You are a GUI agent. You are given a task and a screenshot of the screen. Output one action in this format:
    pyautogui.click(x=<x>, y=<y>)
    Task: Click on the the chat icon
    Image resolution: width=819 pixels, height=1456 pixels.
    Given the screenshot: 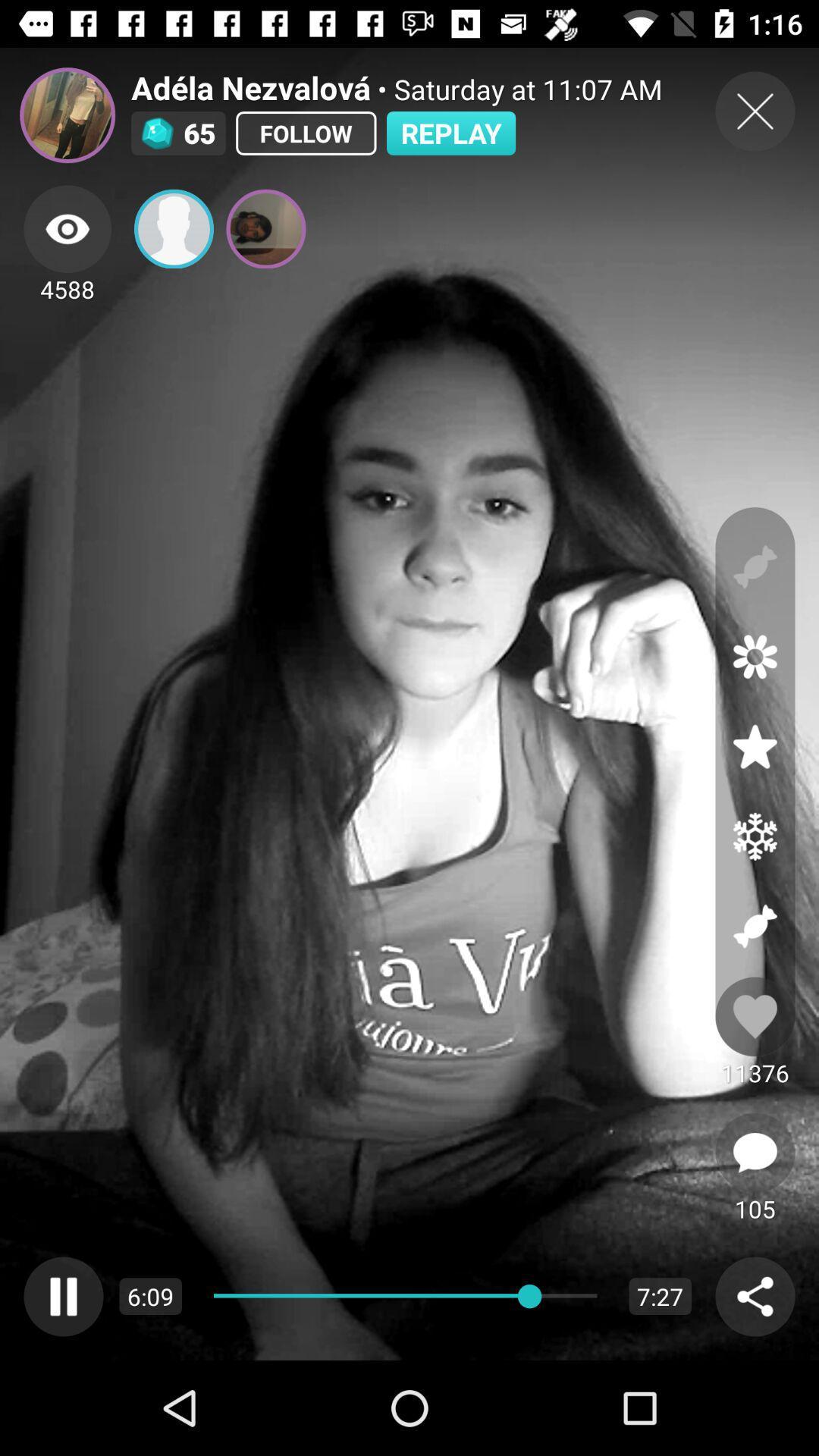 What is the action you would take?
    pyautogui.click(x=755, y=1153)
    